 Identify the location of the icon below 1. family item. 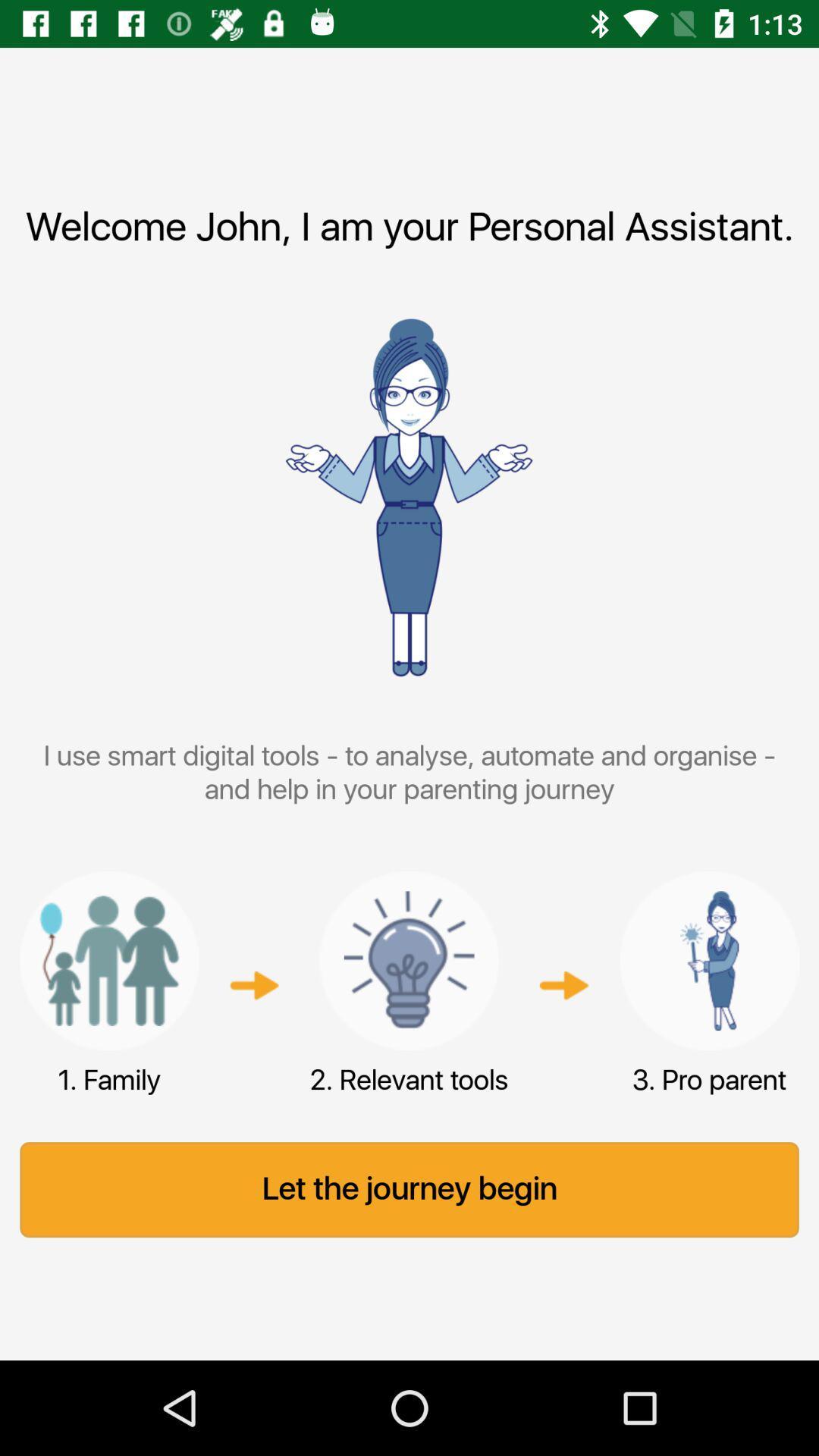
(409, 1189).